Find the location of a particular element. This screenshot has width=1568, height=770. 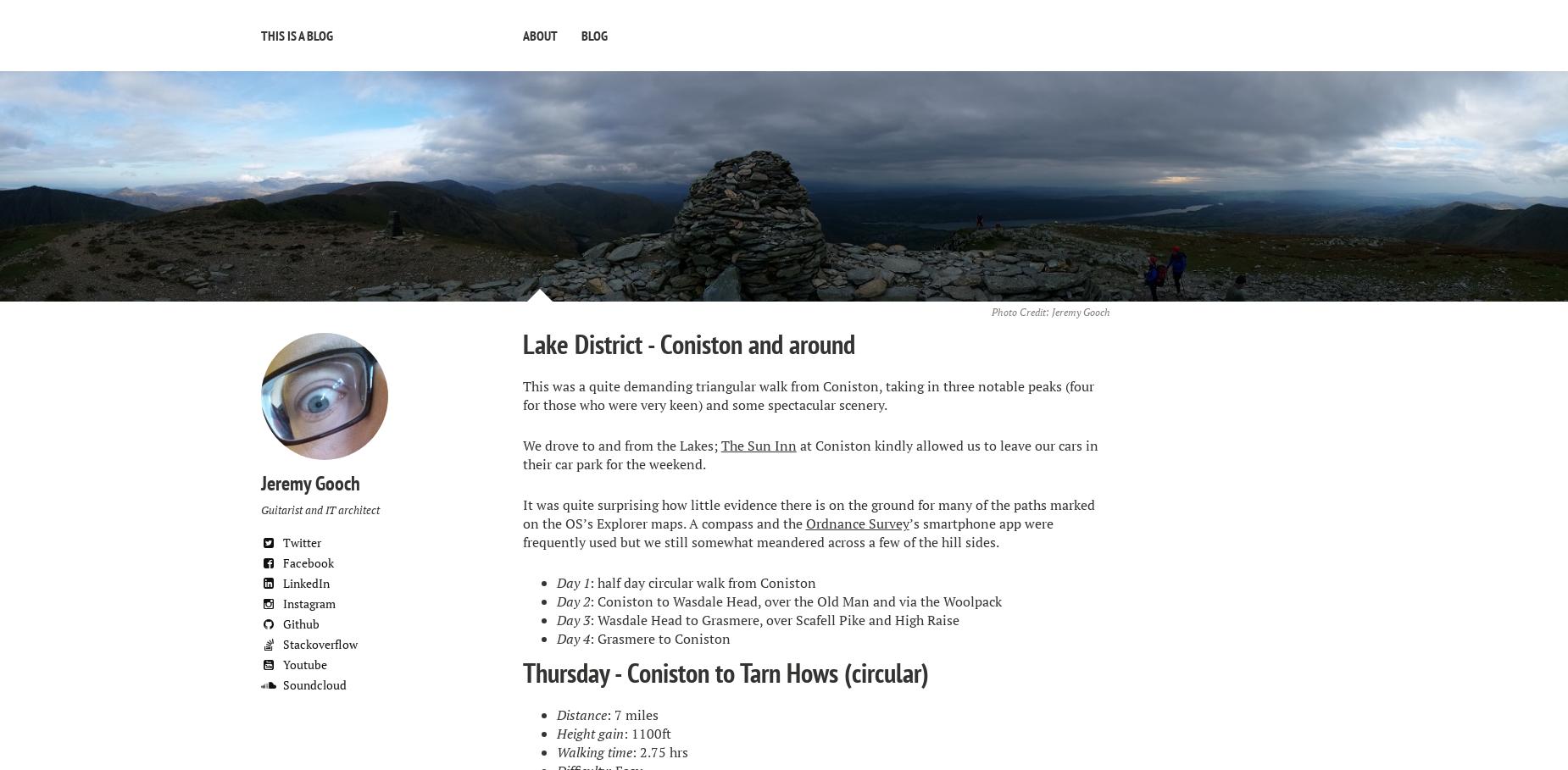

'The Sun Inn' is located at coordinates (758, 446).